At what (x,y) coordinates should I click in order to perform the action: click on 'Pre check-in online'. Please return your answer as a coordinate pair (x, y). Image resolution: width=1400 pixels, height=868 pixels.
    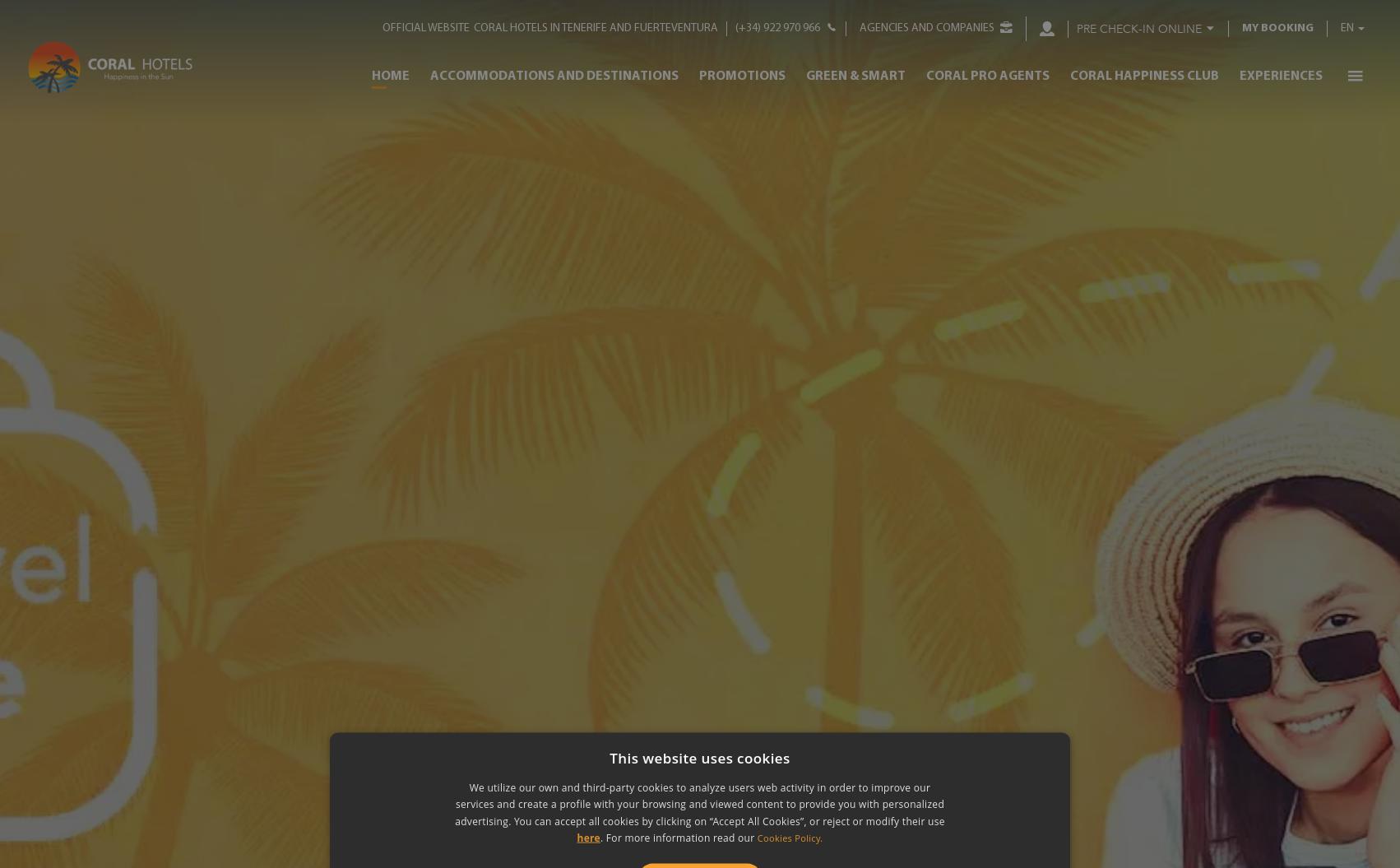
    Looking at the image, I should click on (1138, 28).